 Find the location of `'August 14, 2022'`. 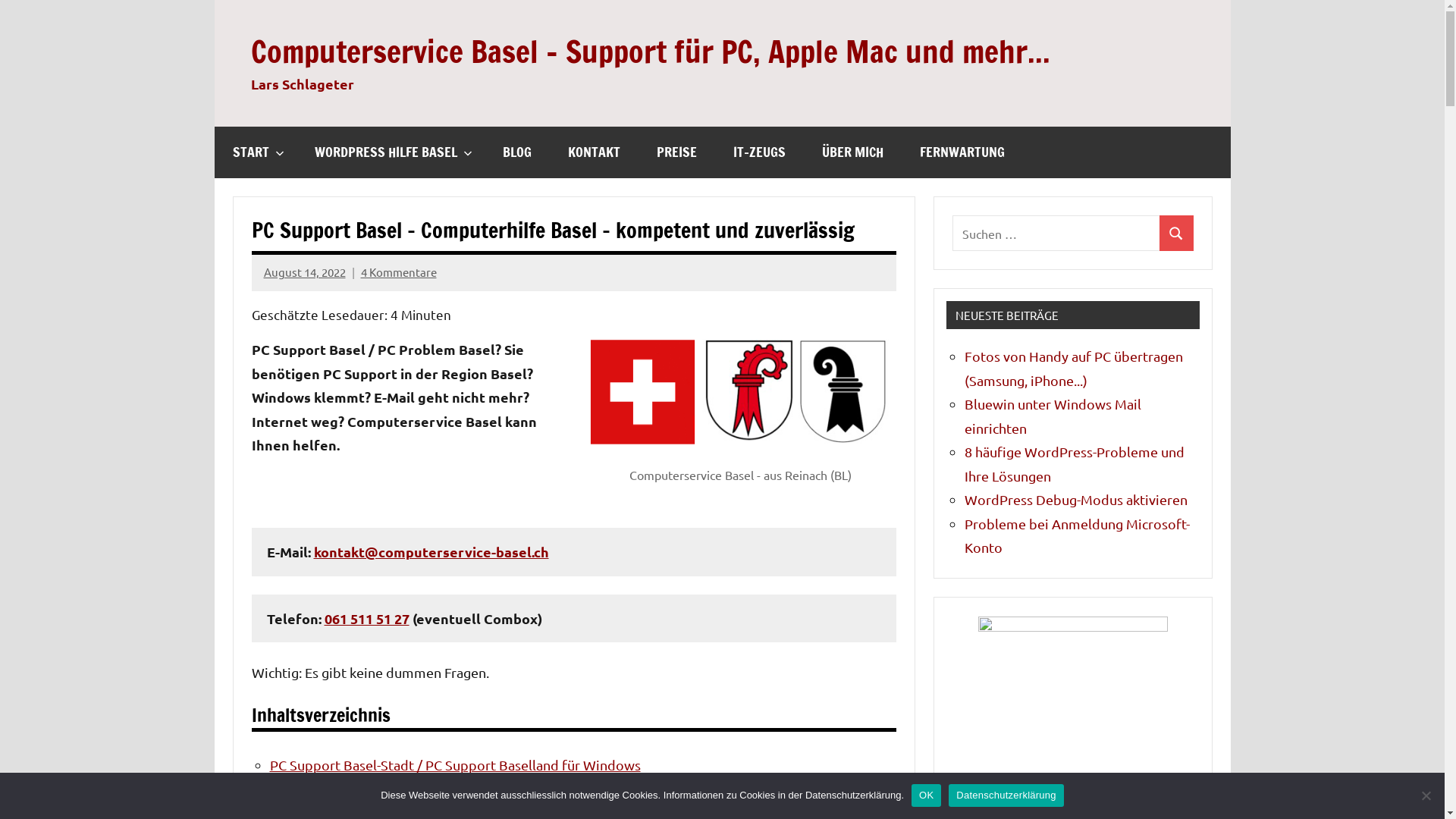

'August 14, 2022' is located at coordinates (304, 271).